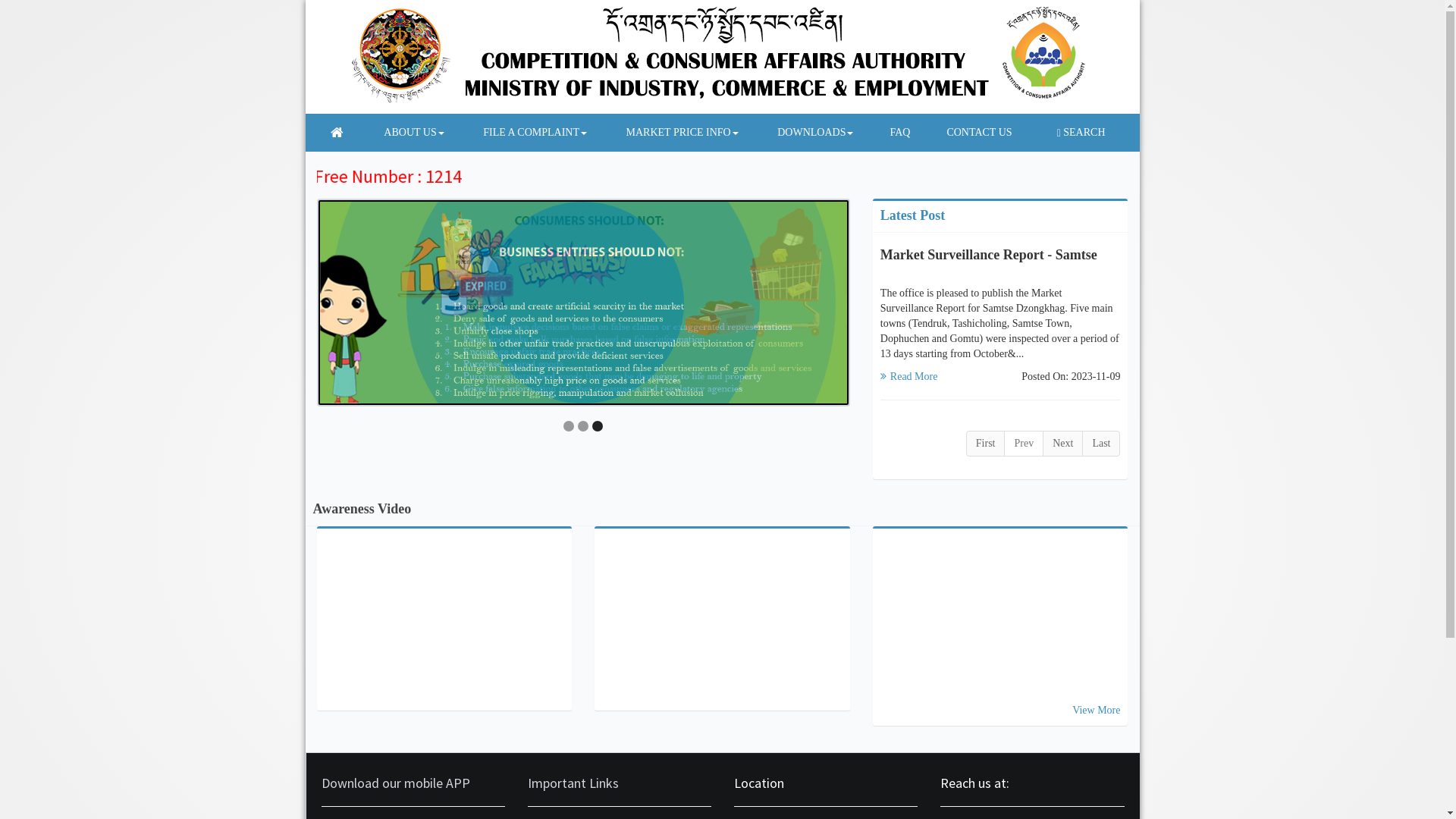  Describe the element at coordinates (864, 131) in the screenshot. I see `'FAQ'` at that location.